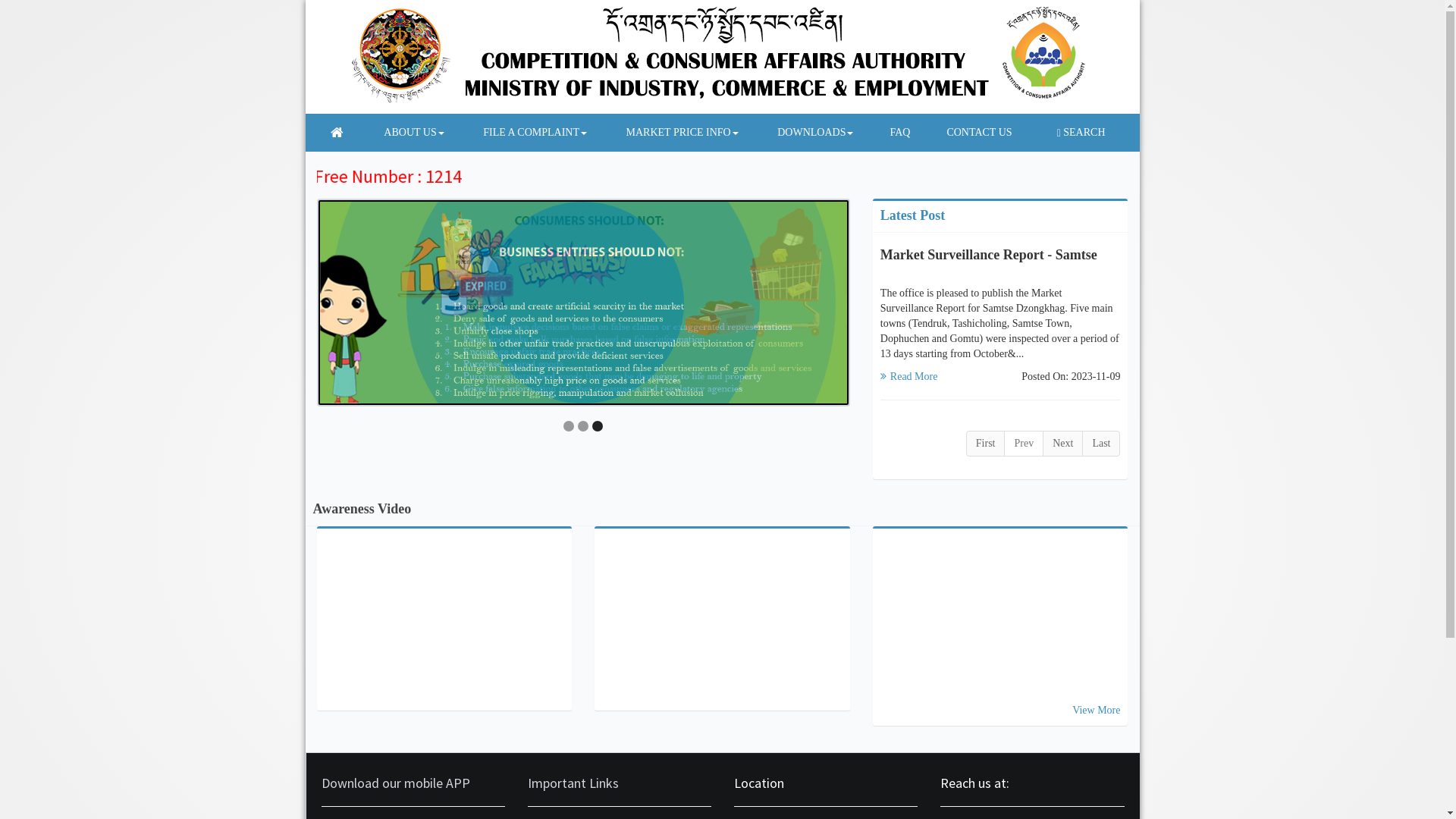  Describe the element at coordinates (864, 131) in the screenshot. I see `'FAQ'` at that location.